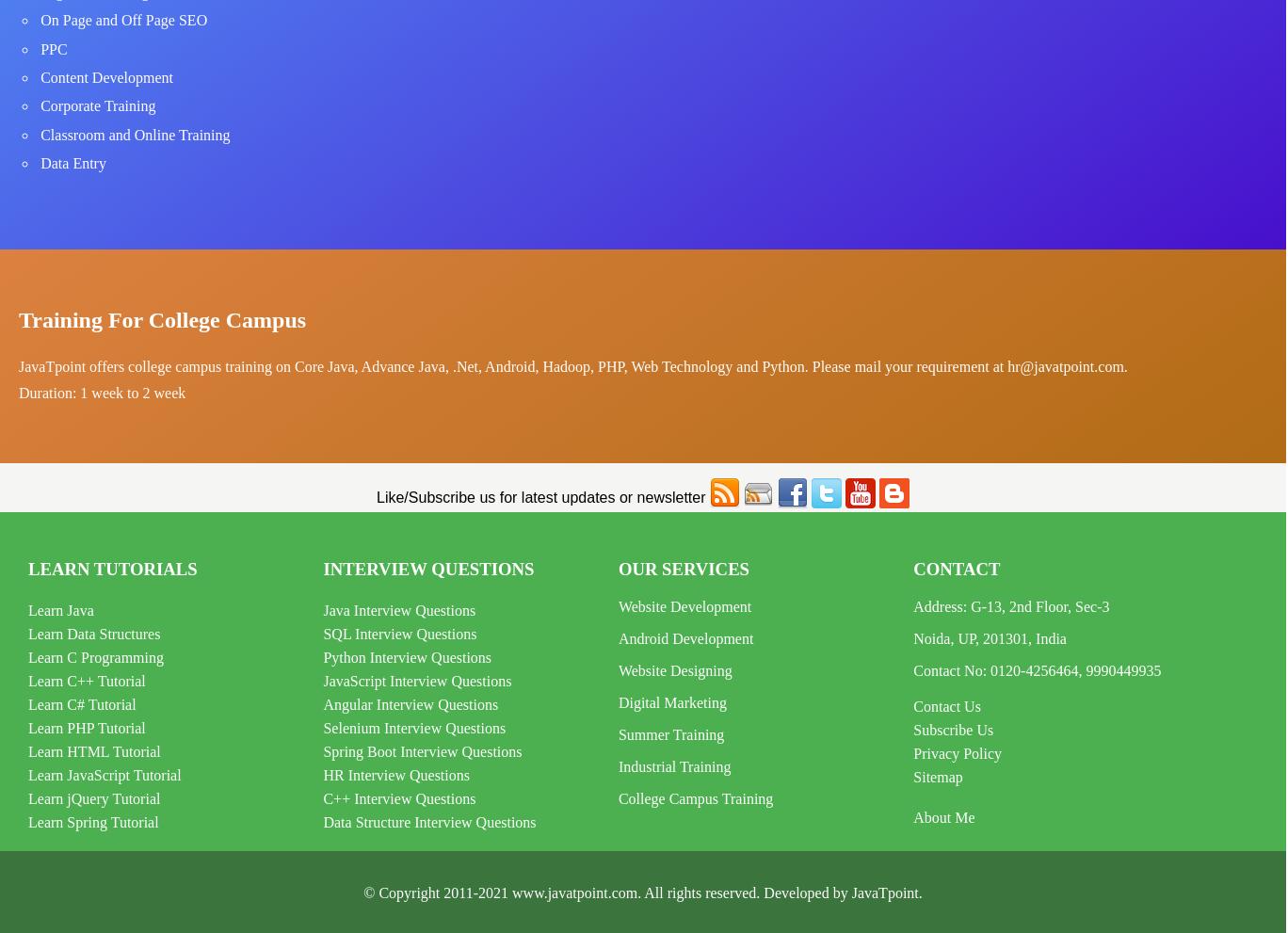 Image resolution: width=1288 pixels, height=933 pixels. Describe the element at coordinates (416, 680) in the screenshot. I see `'JavaScript Interview Questions'` at that location.